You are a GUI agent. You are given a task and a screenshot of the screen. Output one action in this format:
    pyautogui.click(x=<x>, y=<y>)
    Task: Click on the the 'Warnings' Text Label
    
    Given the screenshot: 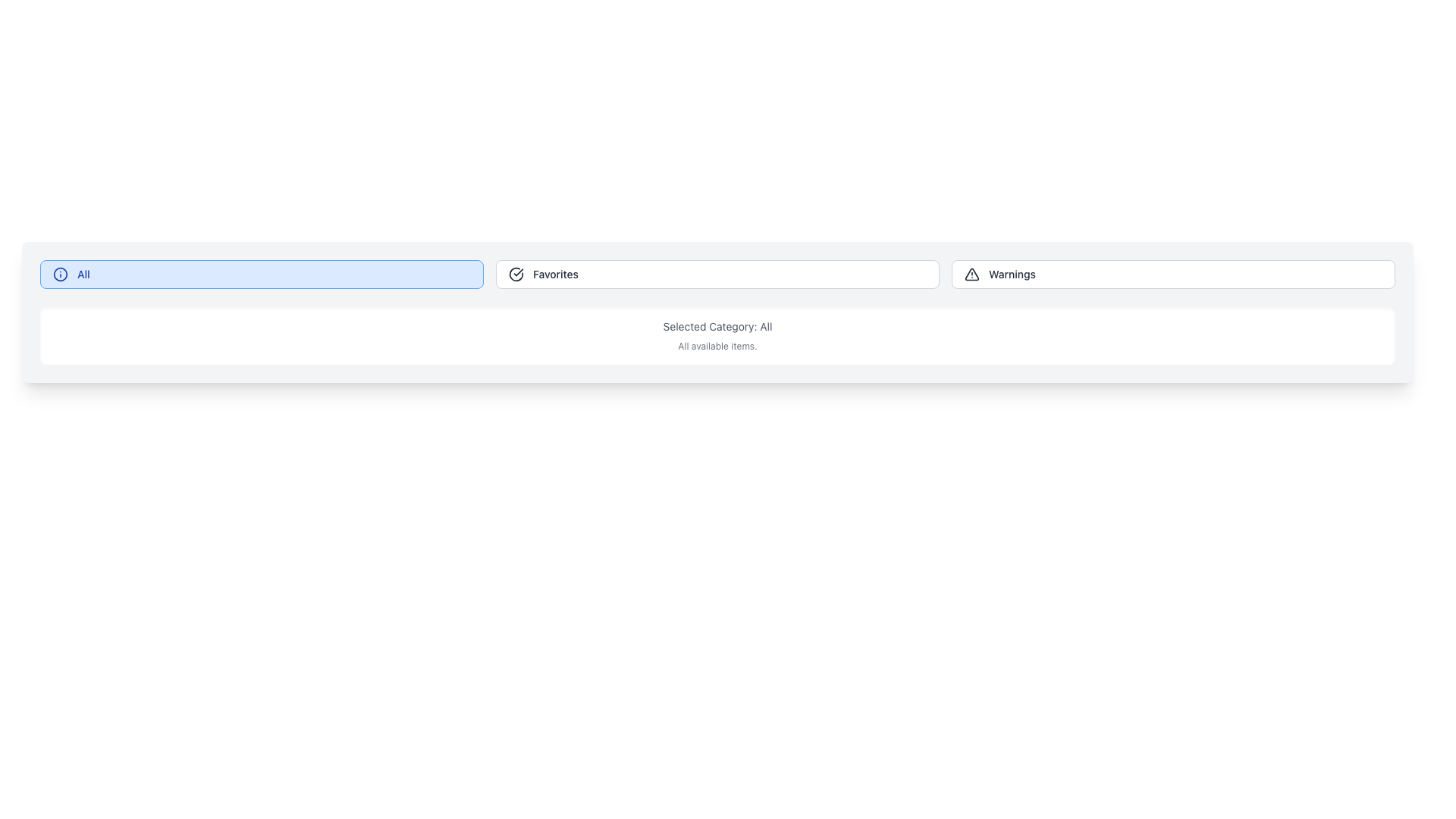 What is the action you would take?
    pyautogui.click(x=1012, y=275)
    